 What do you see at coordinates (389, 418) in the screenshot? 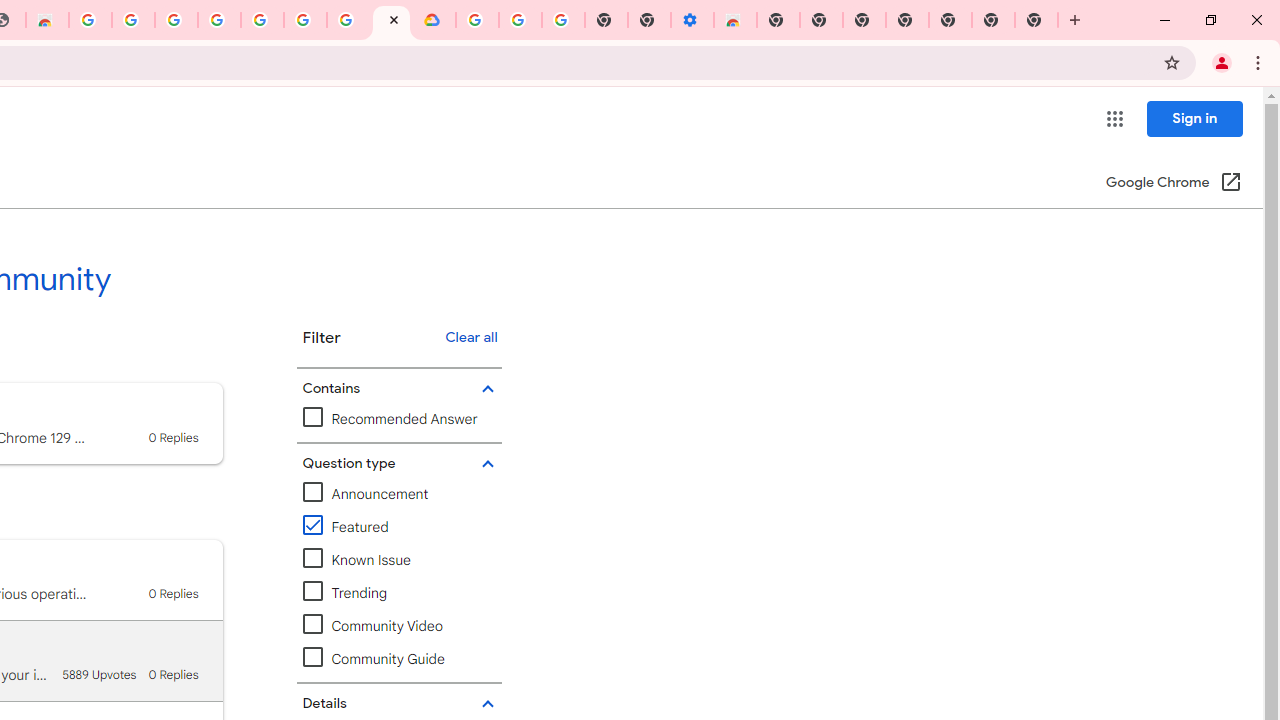
I see `'Recommended Answer'` at bounding box center [389, 418].